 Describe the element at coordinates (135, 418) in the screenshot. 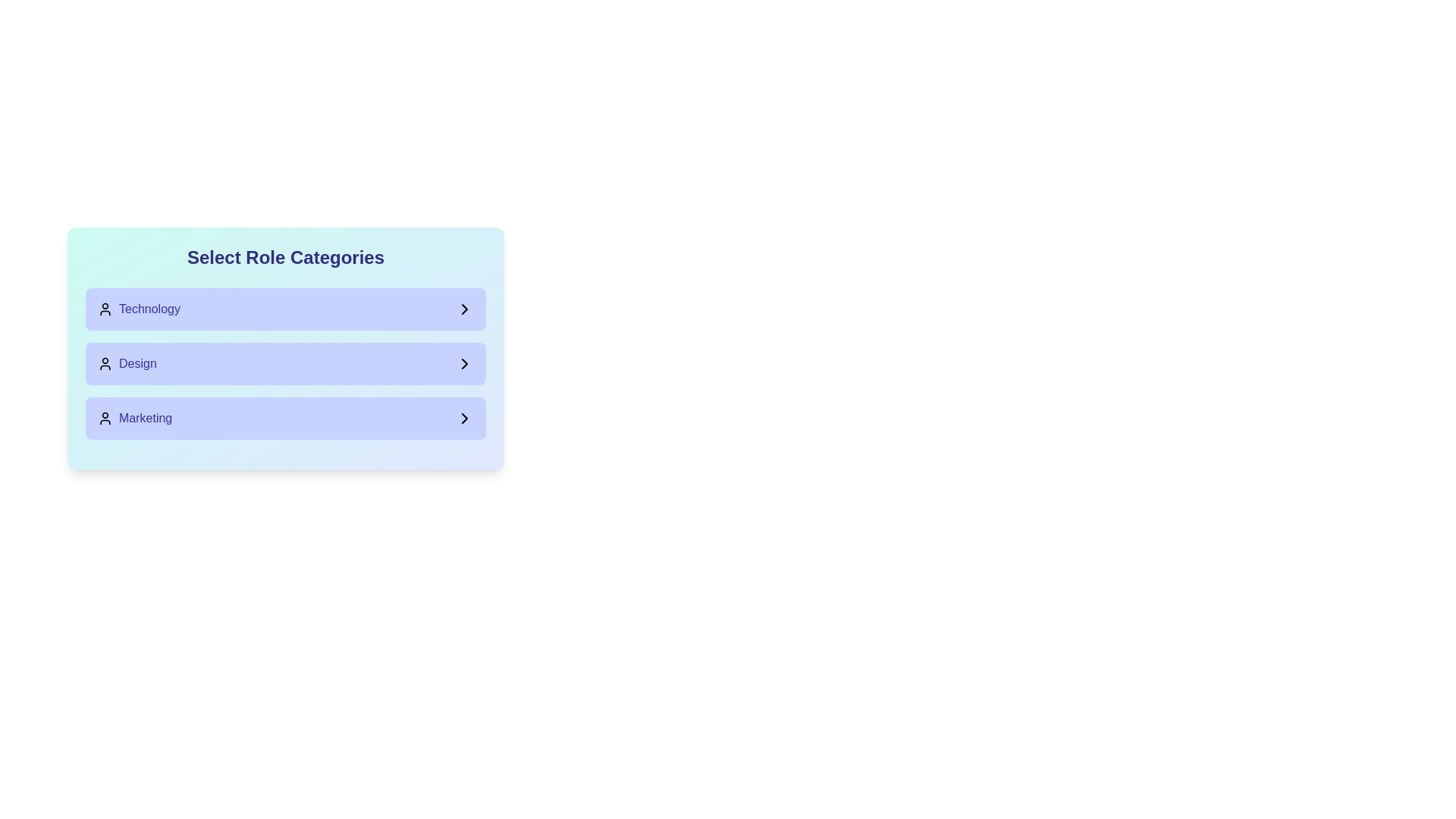

I see `the 'Marketing' selectable list item or button, which is the last item in a vertically stacked list` at that location.